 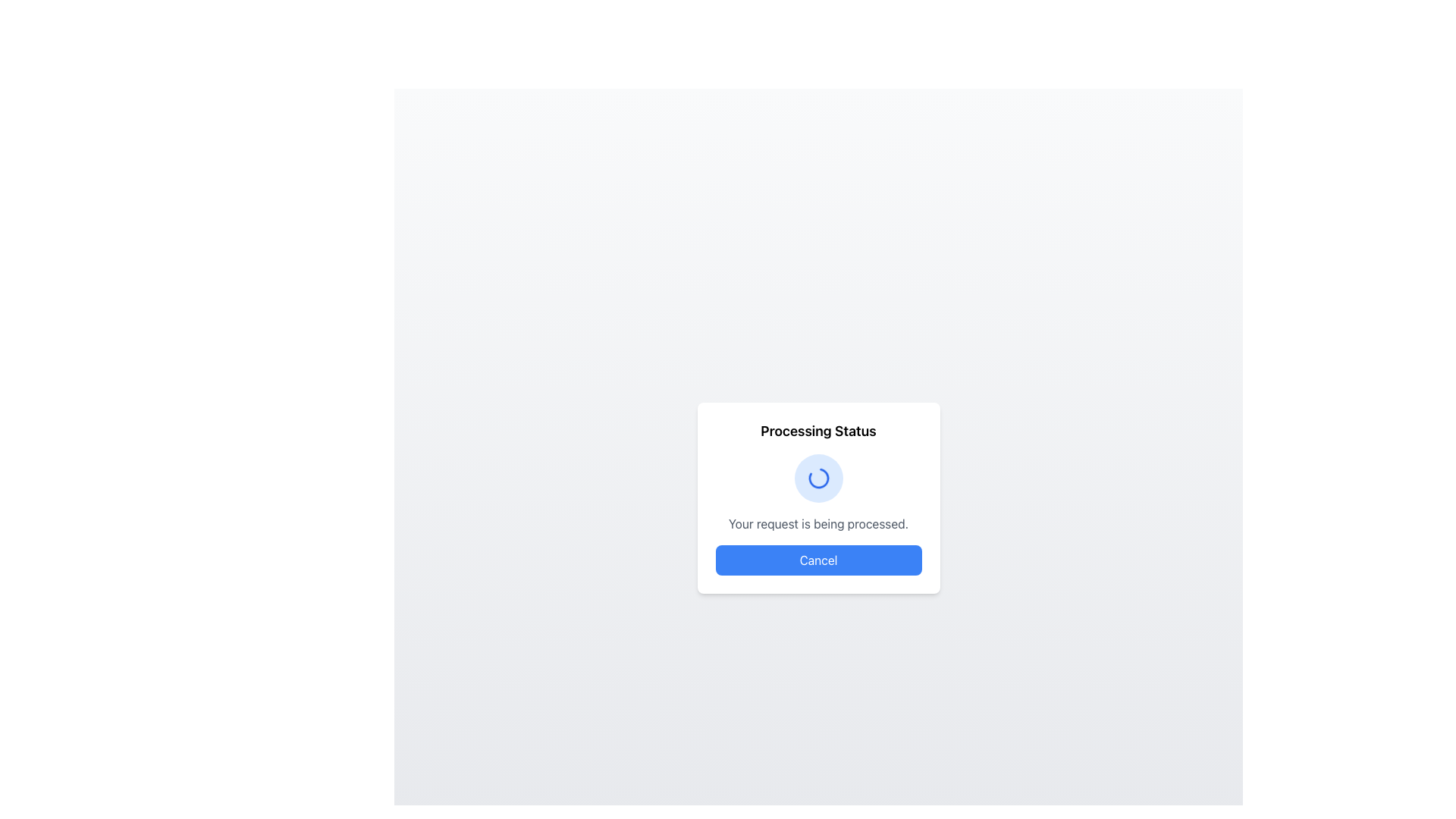 What do you see at coordinates (817, 522) in the screenshot?
I see `the text label that reads 'Your request is being processed.' which is located below a spinning loader icon in a pop-up card interface` at bounding box center [817, 522].